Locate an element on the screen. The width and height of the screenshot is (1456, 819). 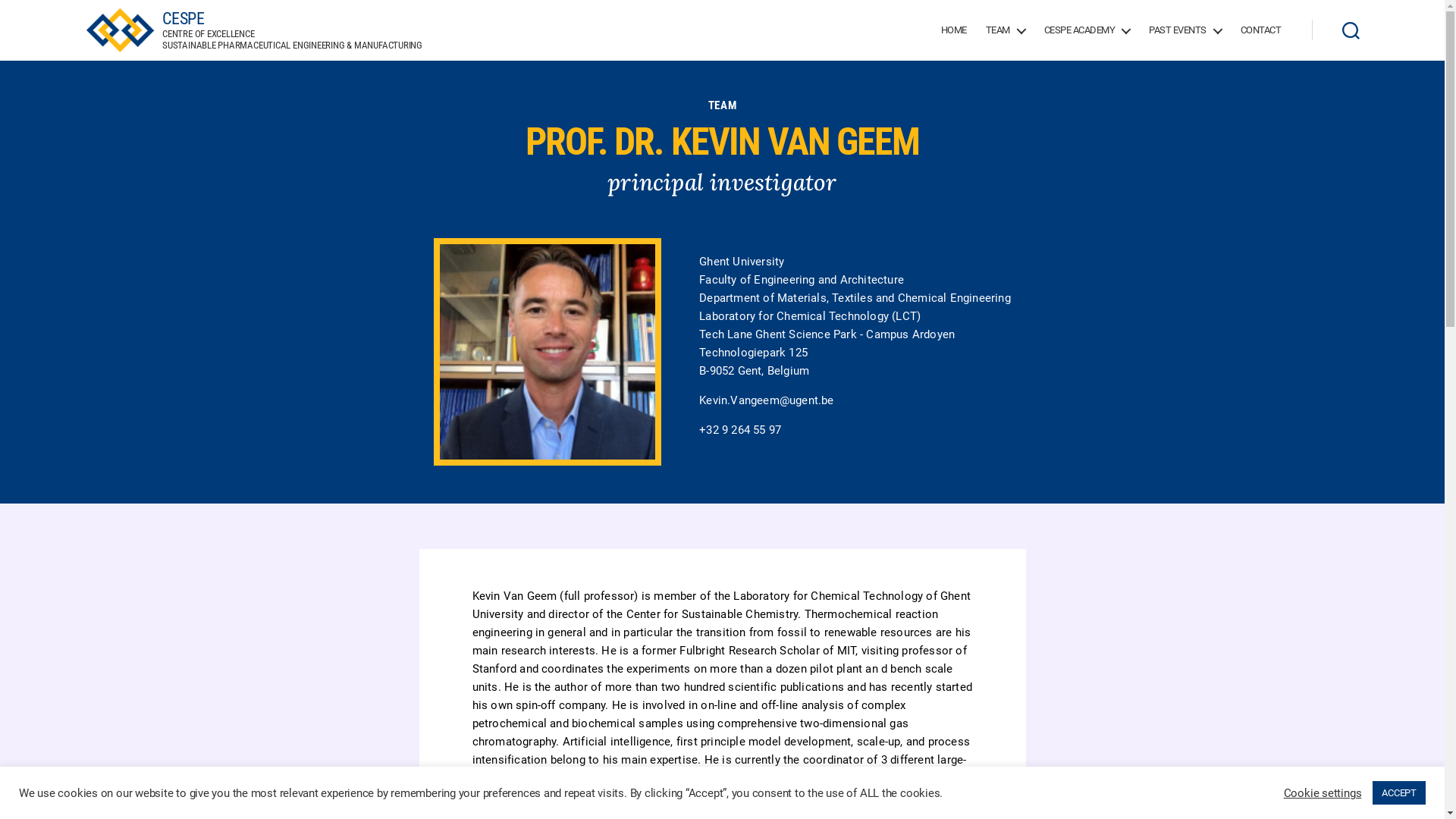
'ACCEPT' is located at coordinates (1398, 792).